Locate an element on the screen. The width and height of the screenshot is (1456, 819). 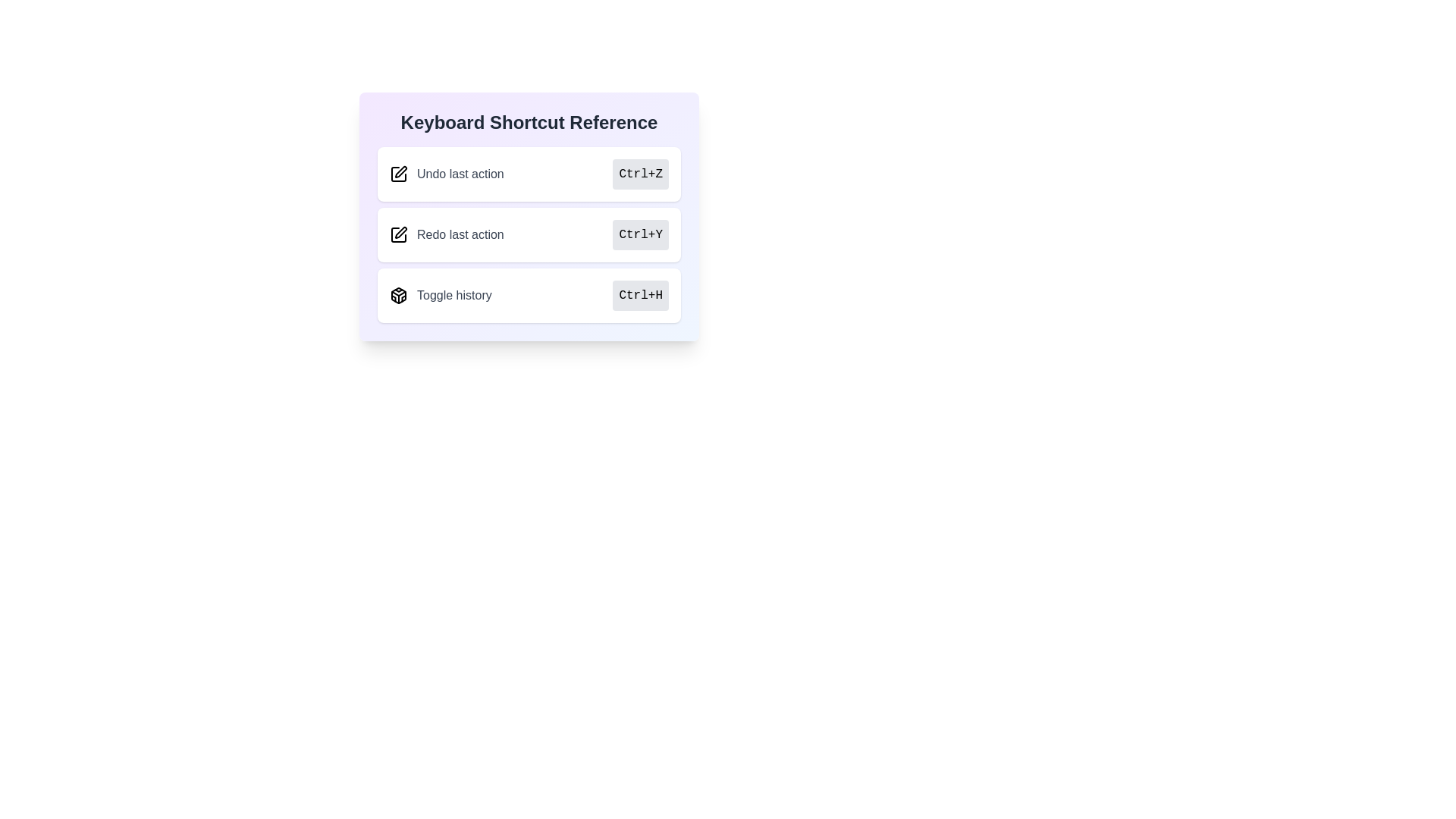
the 'Undo last action' information display element located under the 'Keyboard Shortcut Reference' title is located at coordinates (529, 174).